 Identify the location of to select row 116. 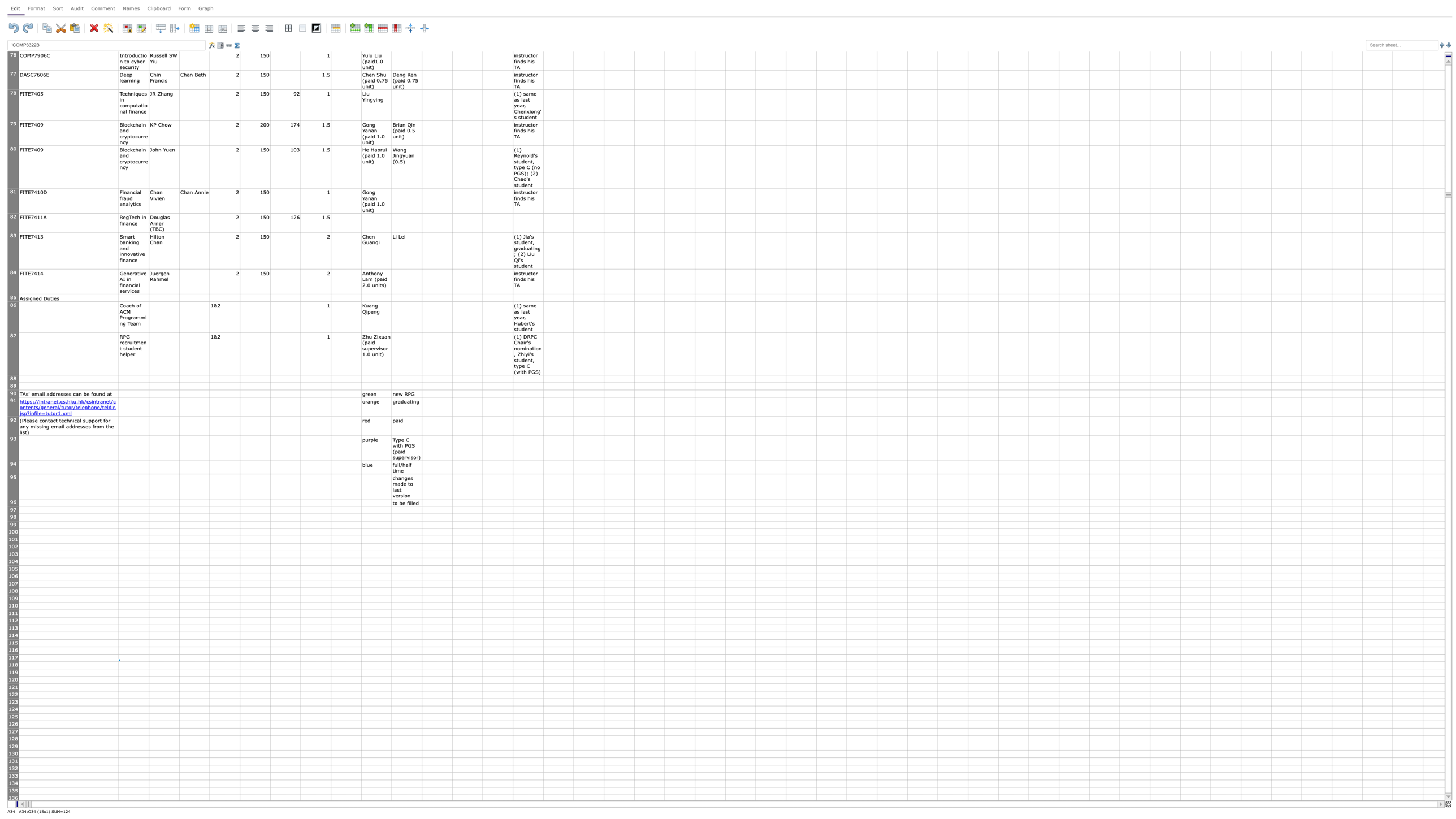
(13, 649).